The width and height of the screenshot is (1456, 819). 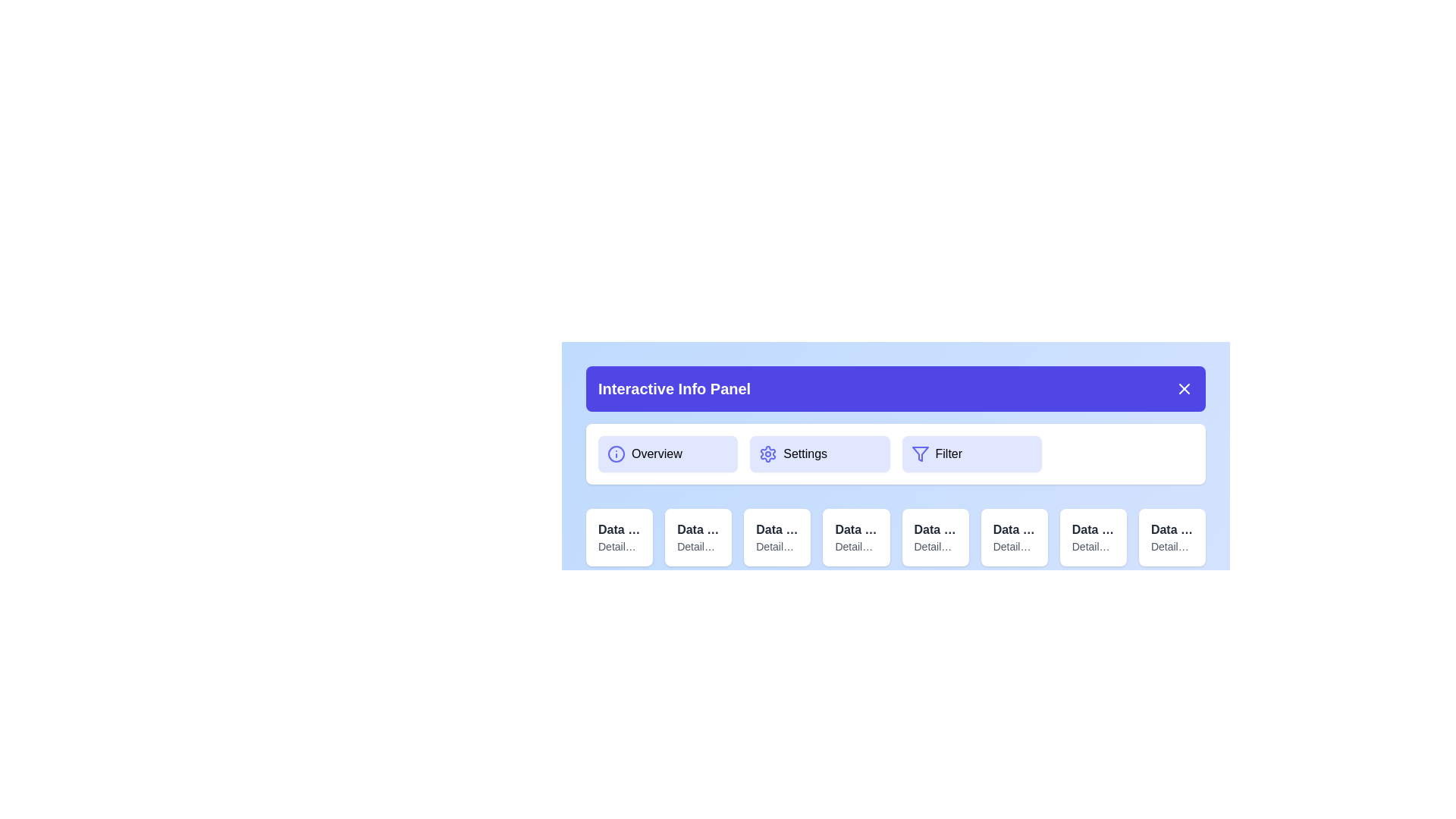 I want to click on the Overview button in the navigation panel, so click(x=667, y=453).